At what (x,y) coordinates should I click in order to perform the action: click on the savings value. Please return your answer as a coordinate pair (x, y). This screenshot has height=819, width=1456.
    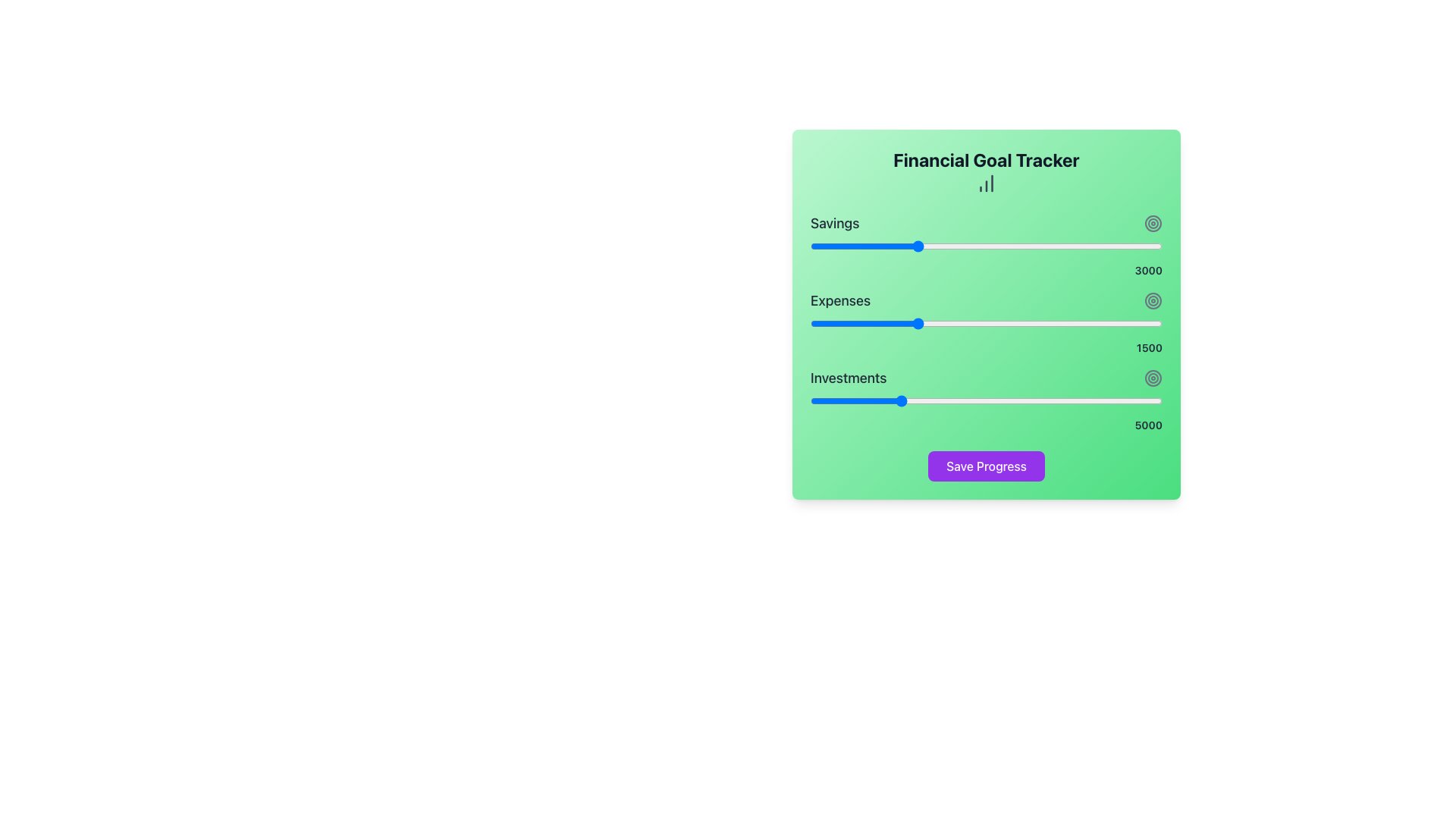
    Looking at the image, I should click on (984, 245).